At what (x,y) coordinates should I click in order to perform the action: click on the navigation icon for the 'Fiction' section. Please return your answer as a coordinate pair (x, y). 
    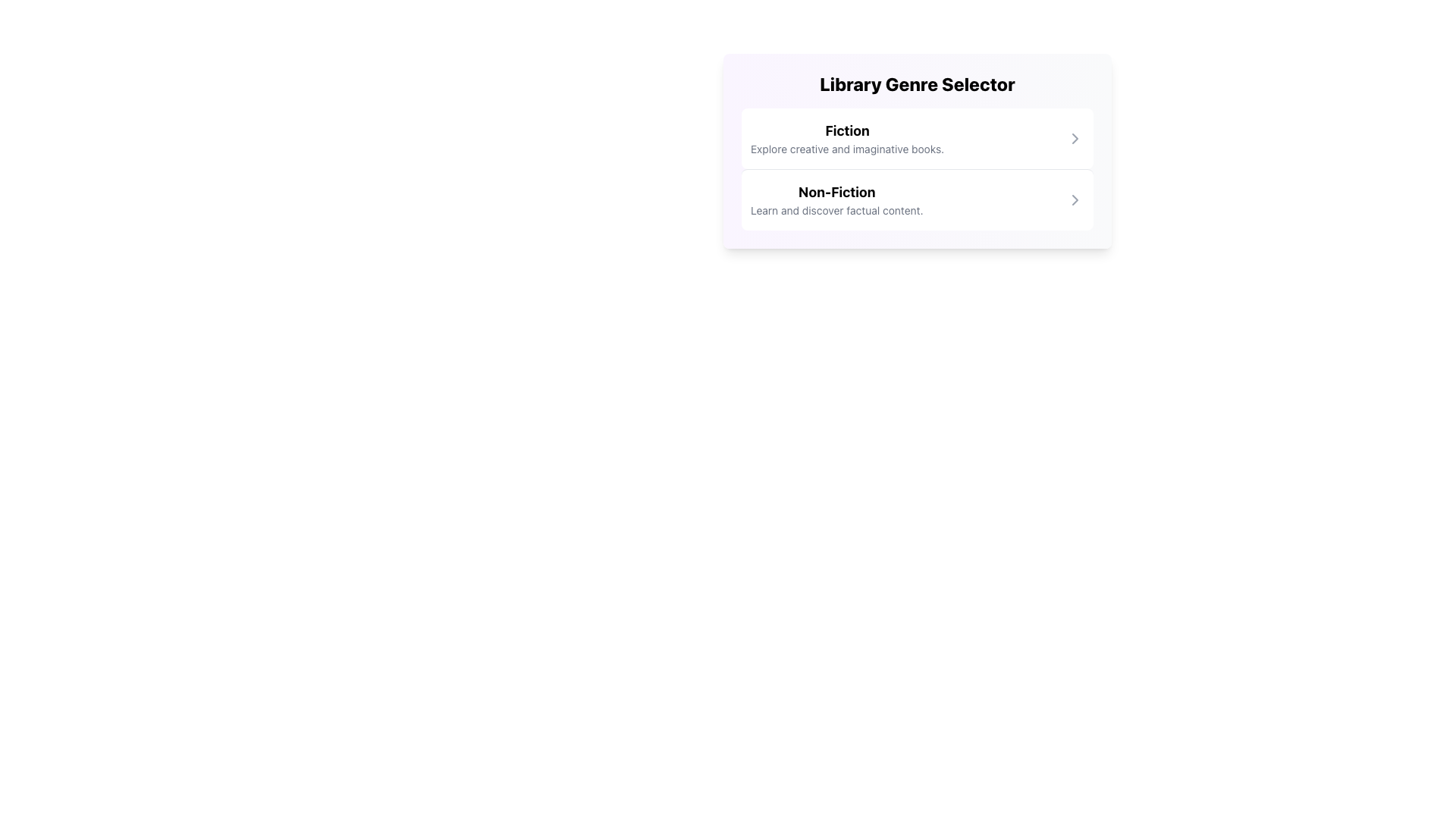
    Looking at the image, I should click on (1074, 138).